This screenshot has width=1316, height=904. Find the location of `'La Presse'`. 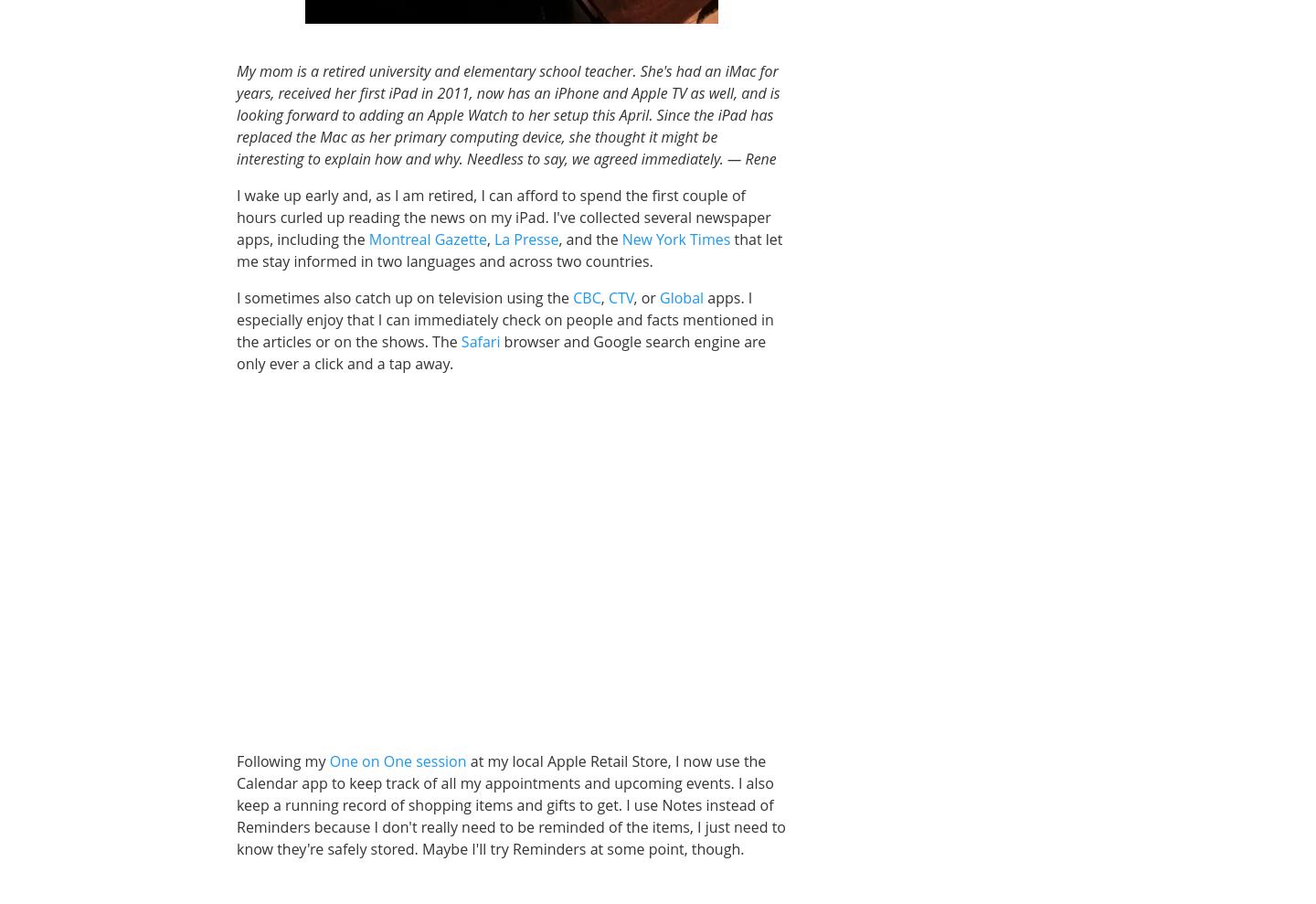

'La Presse' is located at coordinates (526, 237).